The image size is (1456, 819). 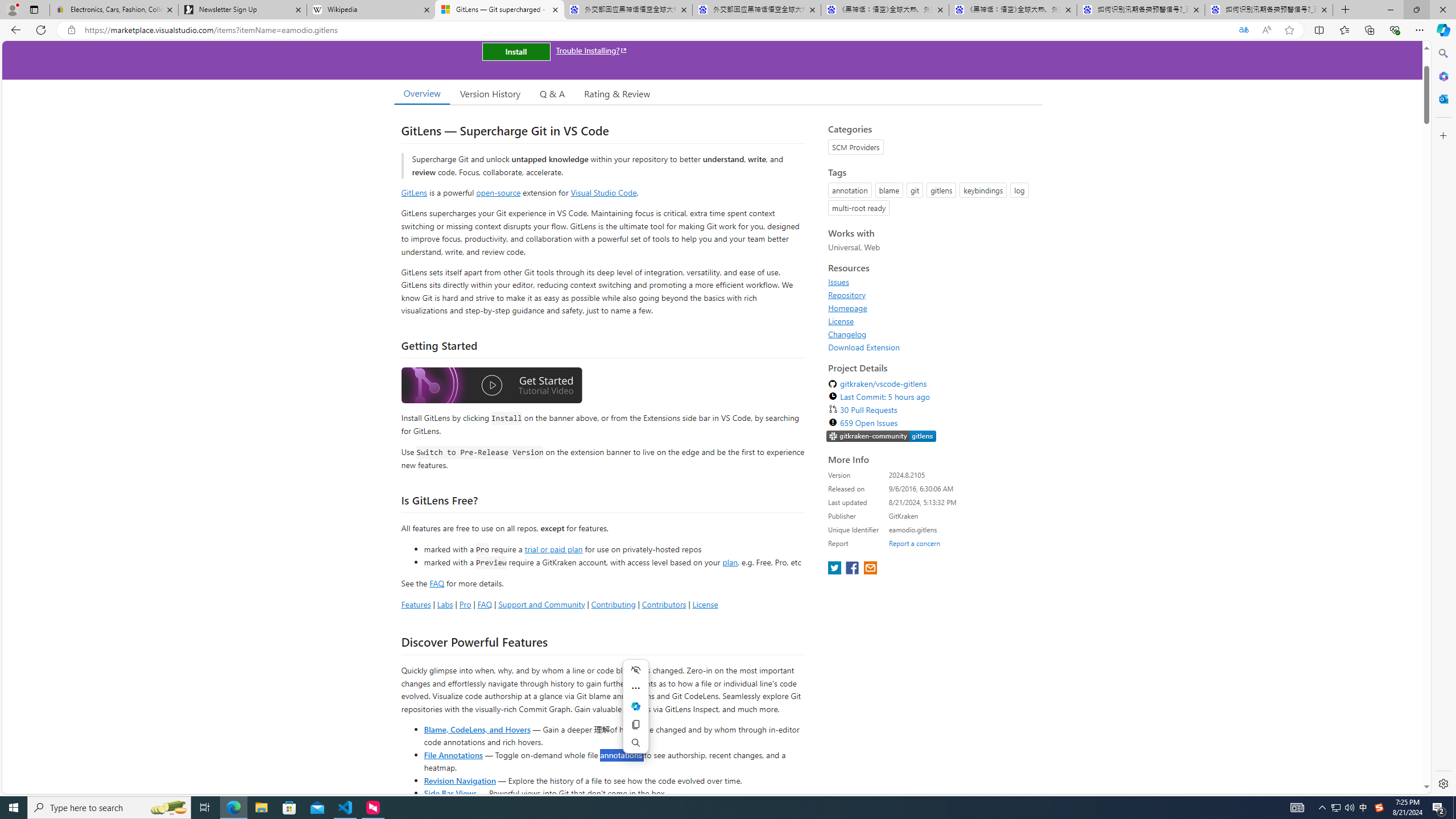 I want to click on 'share extension on twitter', so click(x=835, y=568).